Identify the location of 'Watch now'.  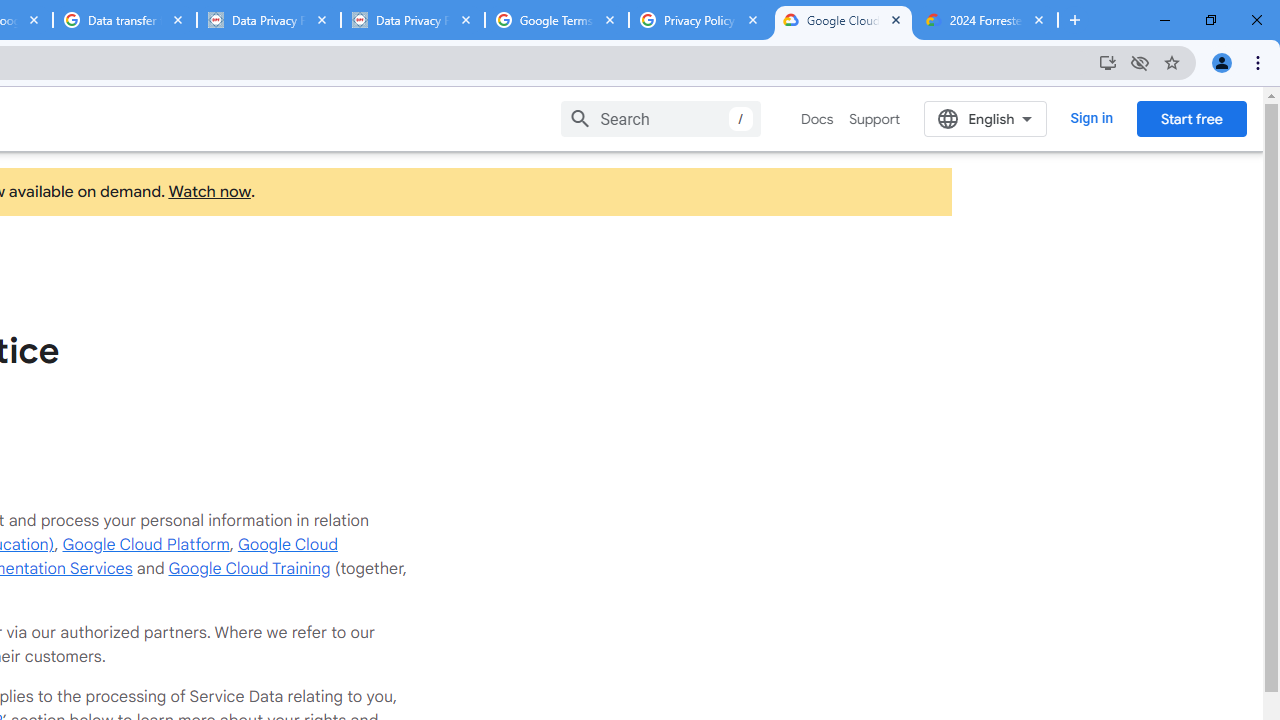
(209, 192).